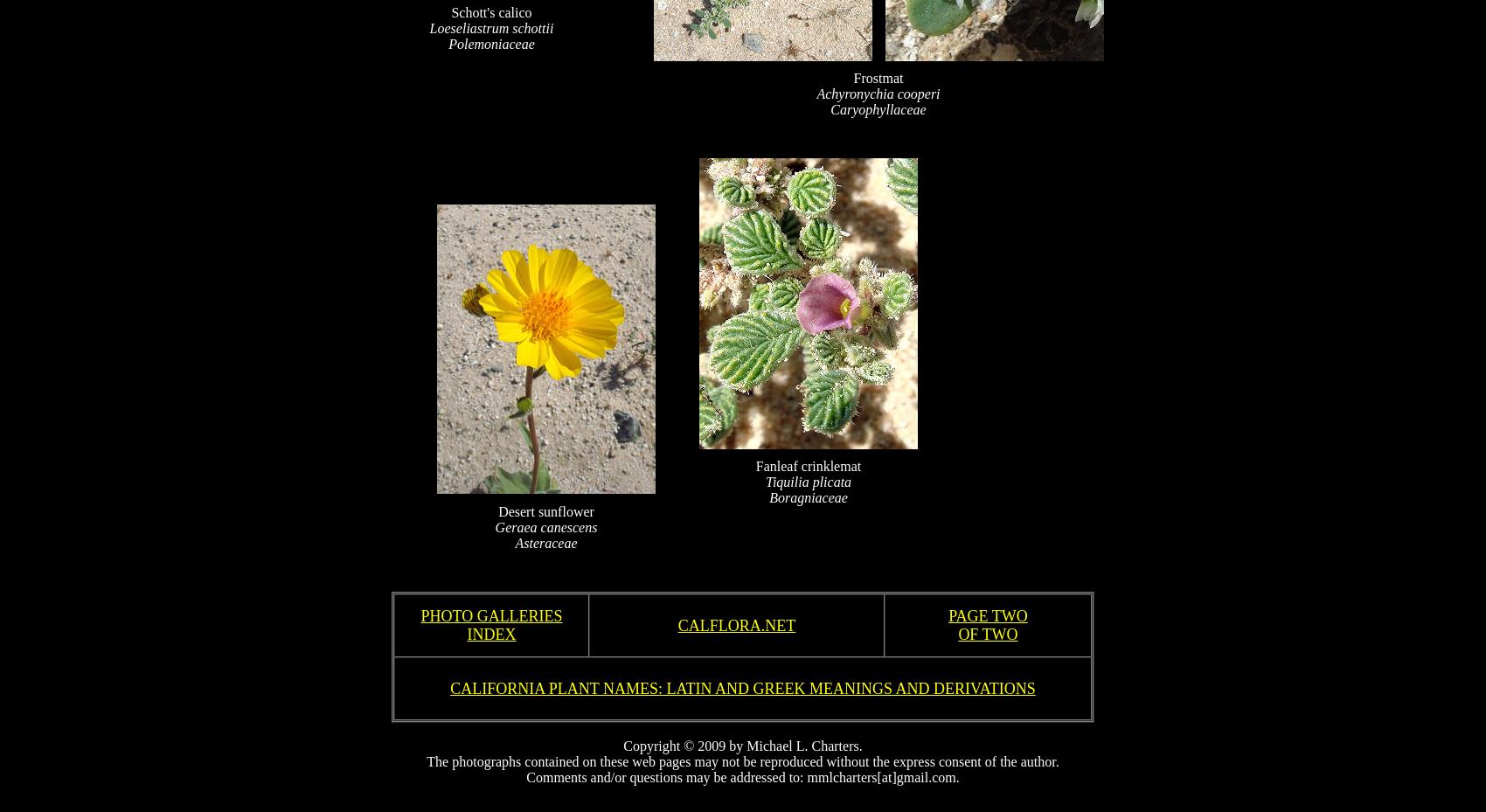 The width and height of the screenshot is (1486, 812). I want to click on 'Boragniaceae', so click(808, 496).